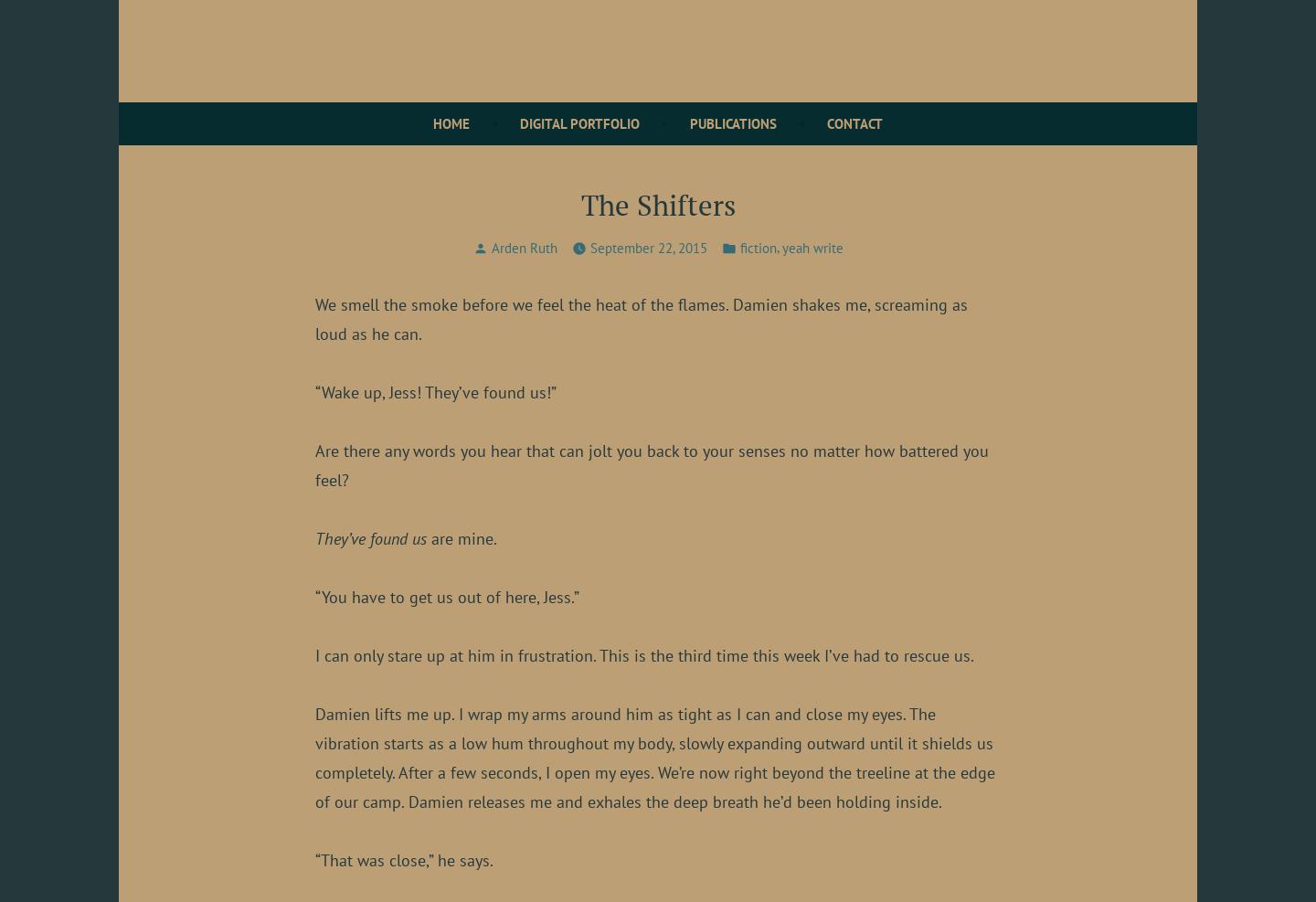 Image resolution: width=1316 pixels, height=902 pixels. What do you see at coordinates (315, 859) in the screenshot?
I see `'“That was close,” he says.'` at bounding box center [315, 859].